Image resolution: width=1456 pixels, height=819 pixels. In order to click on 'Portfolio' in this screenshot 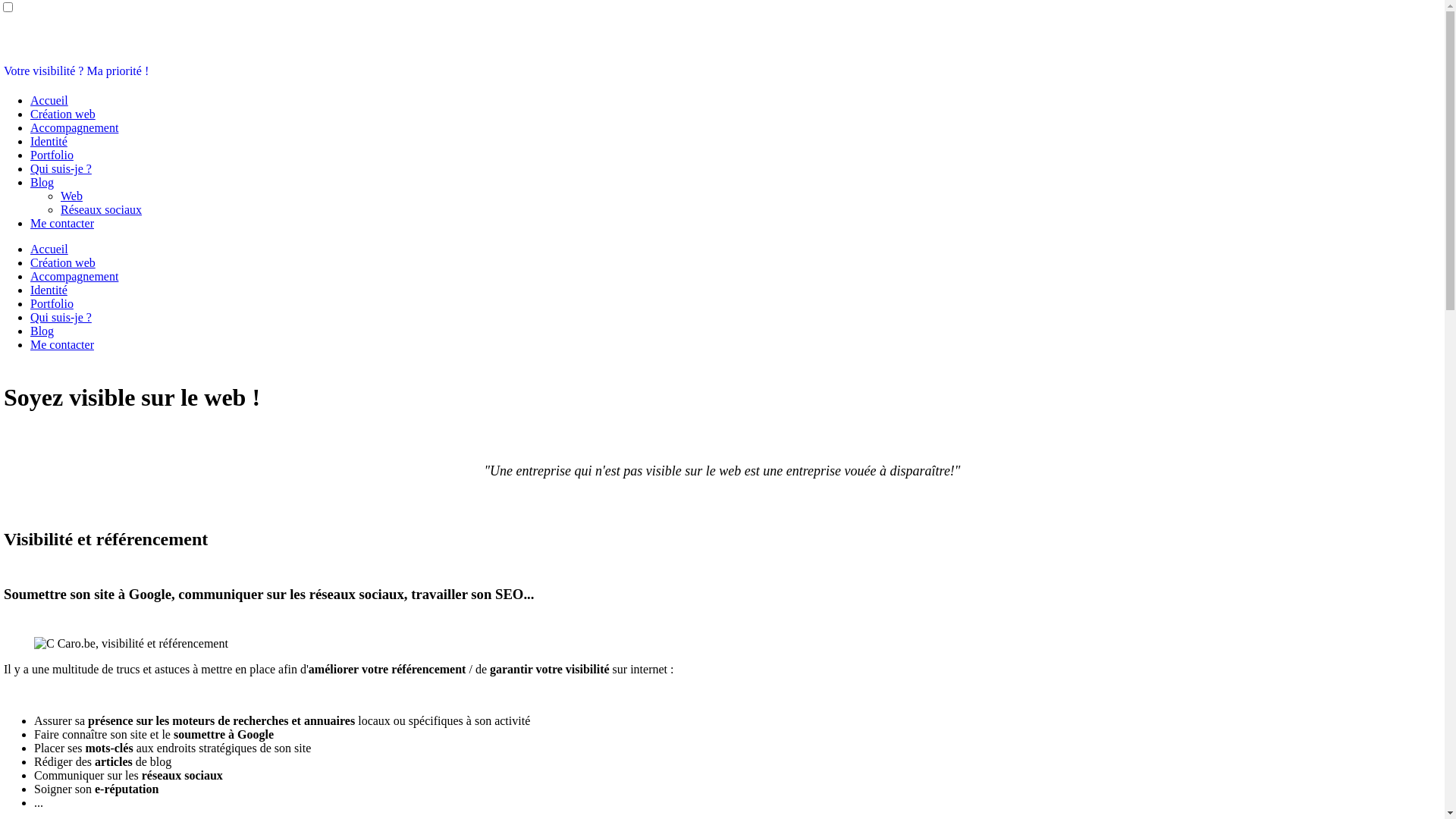, I will do `click(52, 303)`.